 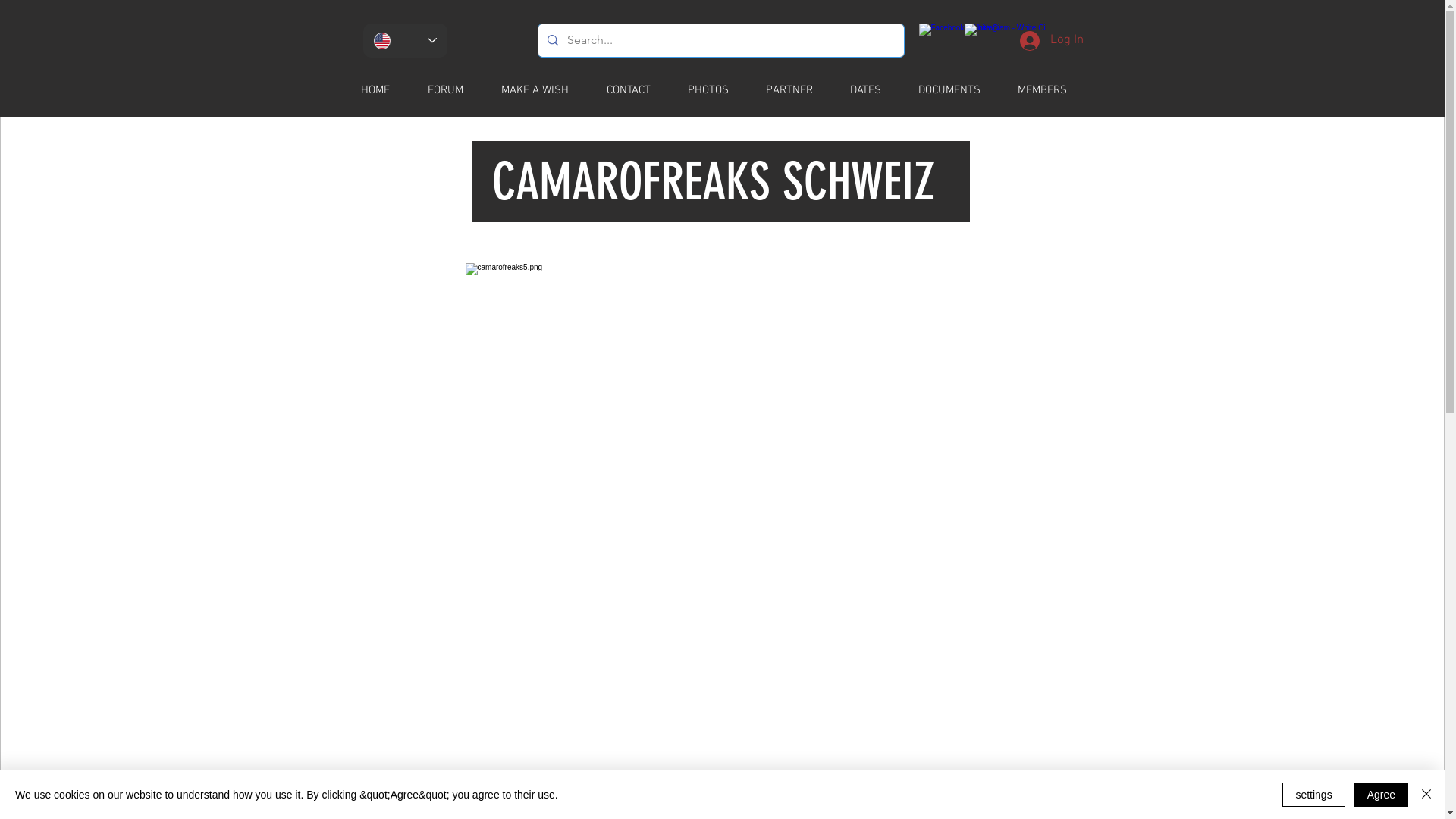 What do you see at coordinates (874, 90) in the screenshot?
I see `'DATES'` at bounding box center [874, 90].